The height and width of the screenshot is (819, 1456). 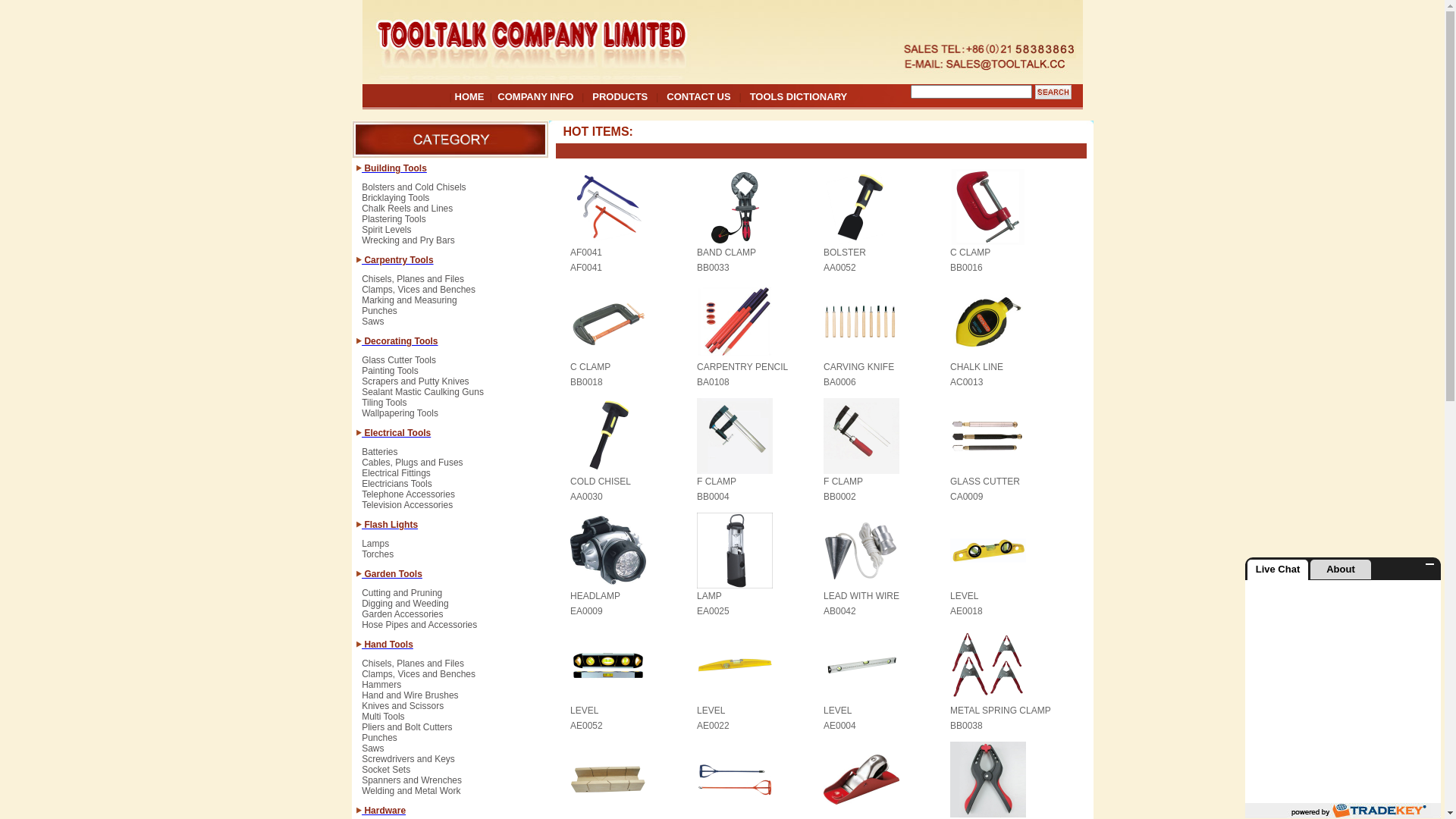 What do you see at coordinates (360, 549) in the screenshot?
I see `'Lamps'` at bounding box center [360, 549].